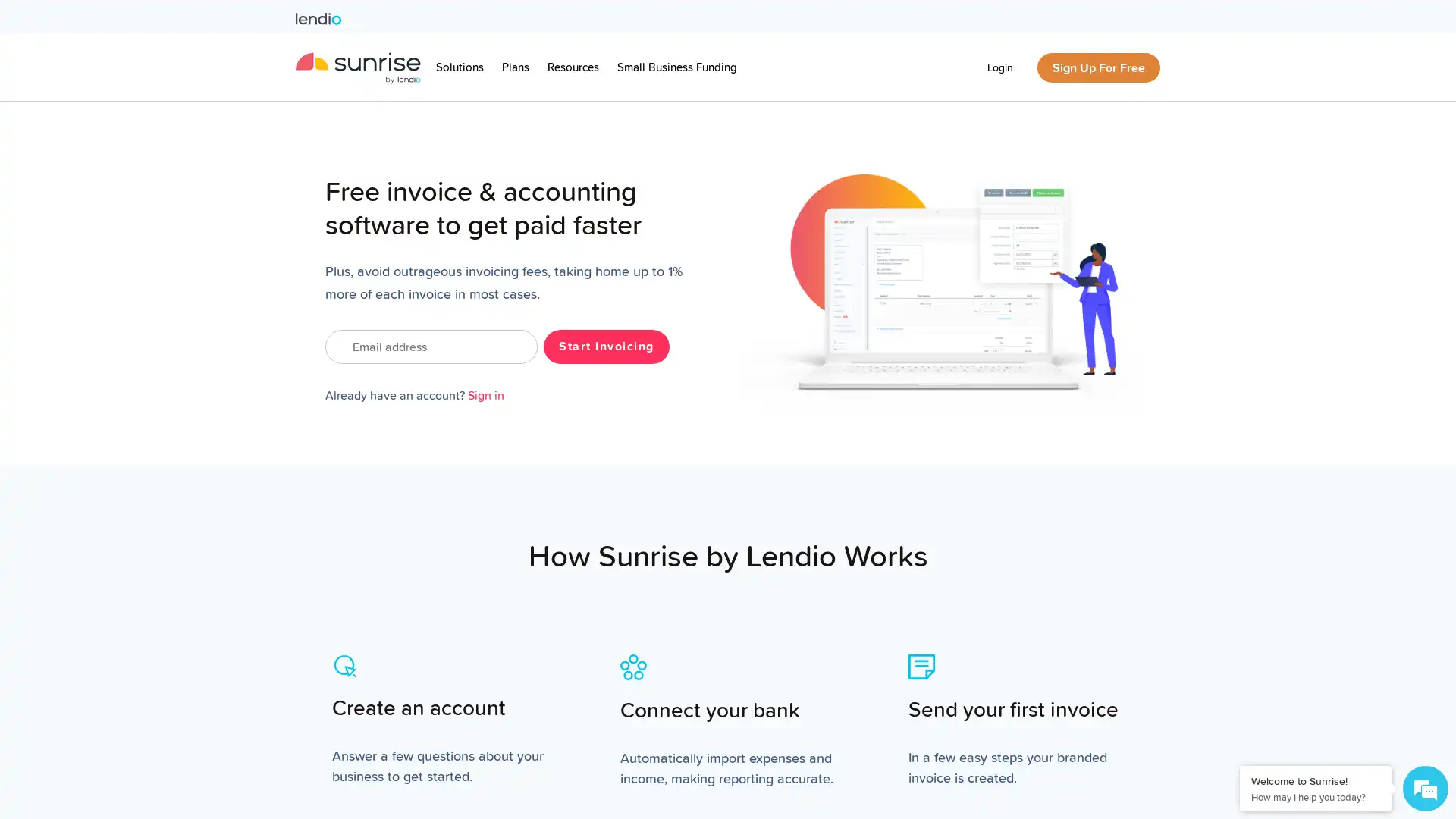  Describe the element at coordinates (605, 346) in the screenshot. I see `Start Invoicing` at that location.